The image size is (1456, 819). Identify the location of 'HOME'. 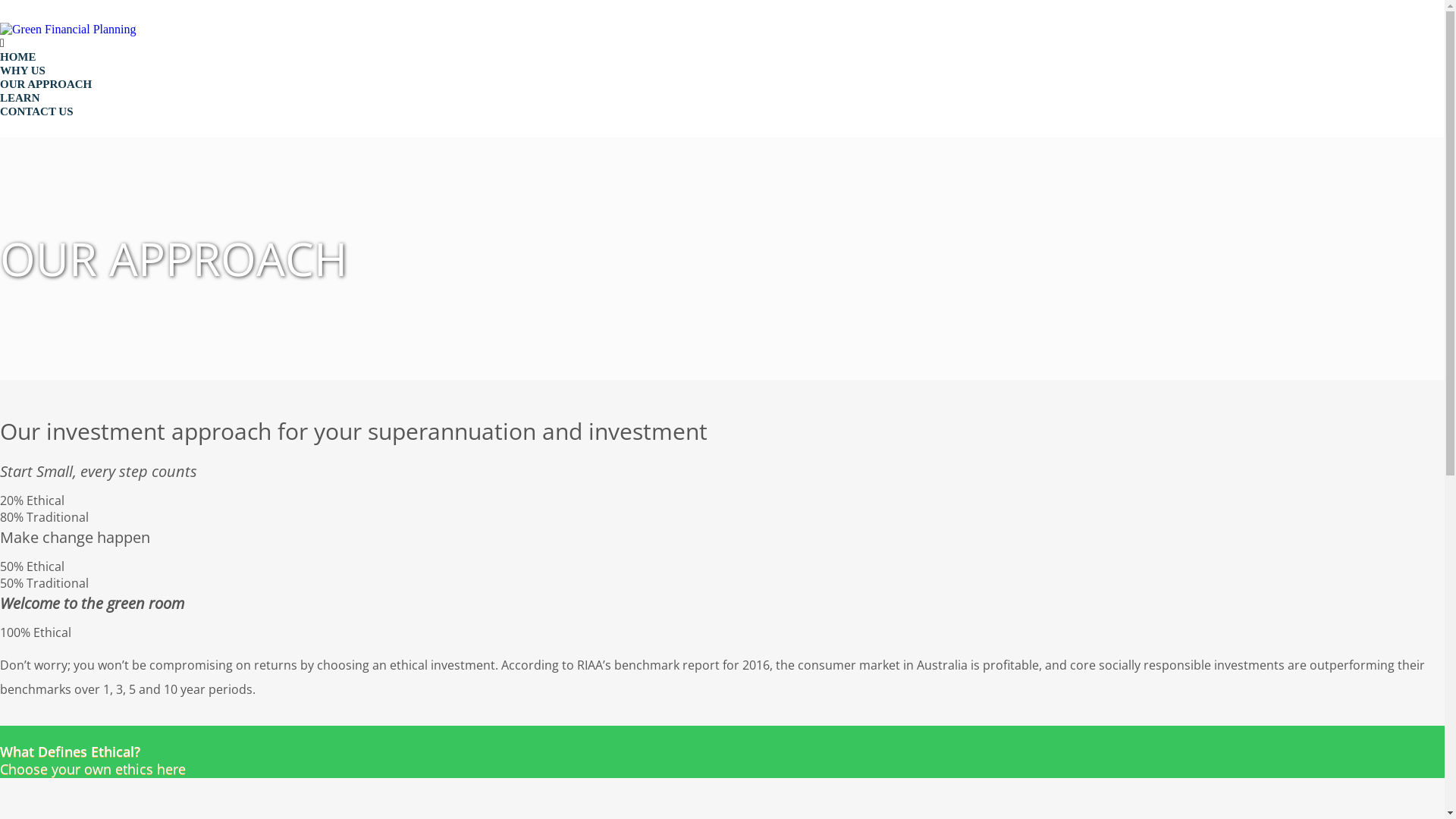
(0, 55).